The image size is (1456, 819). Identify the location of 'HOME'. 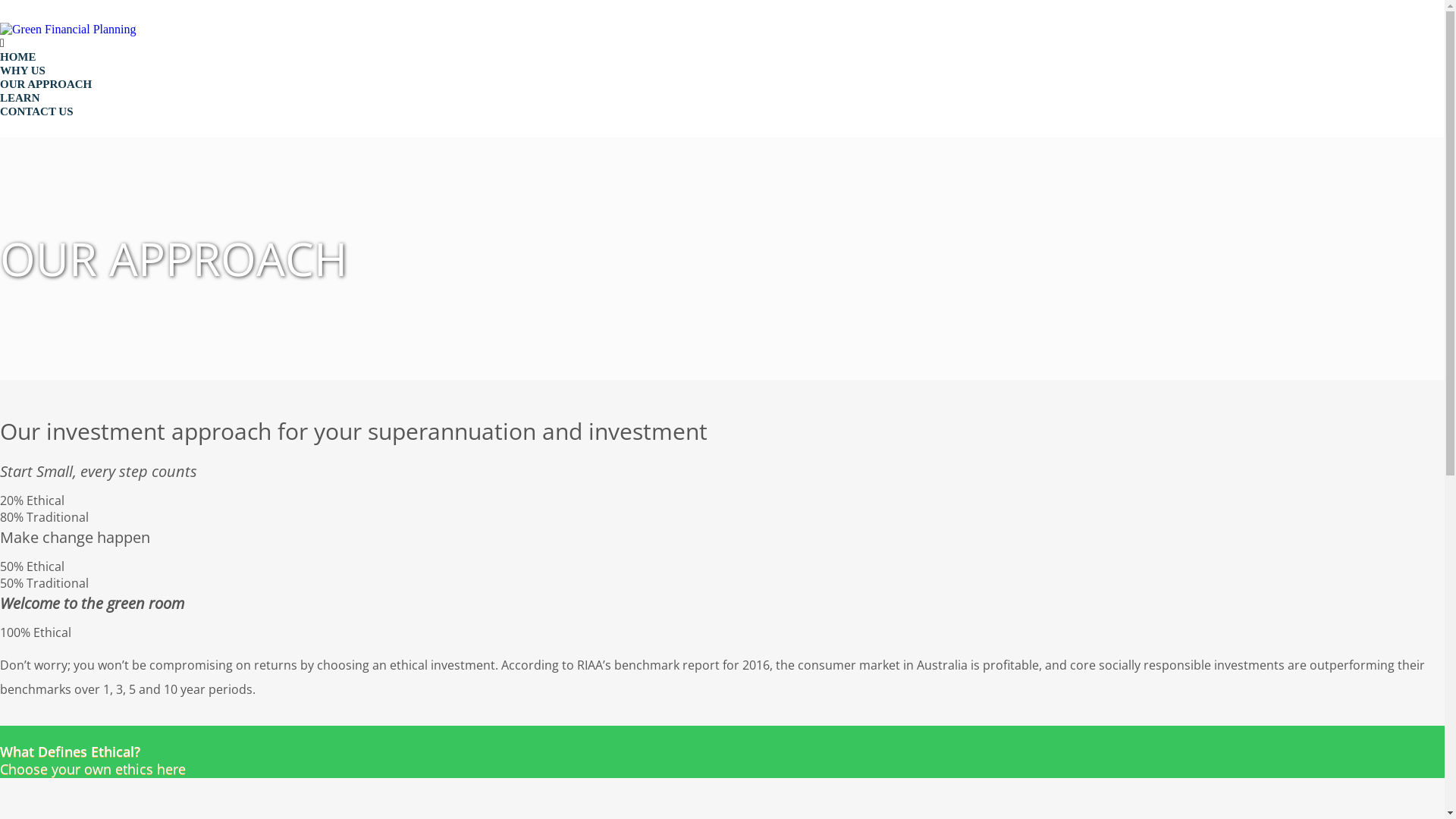
(0, 55).